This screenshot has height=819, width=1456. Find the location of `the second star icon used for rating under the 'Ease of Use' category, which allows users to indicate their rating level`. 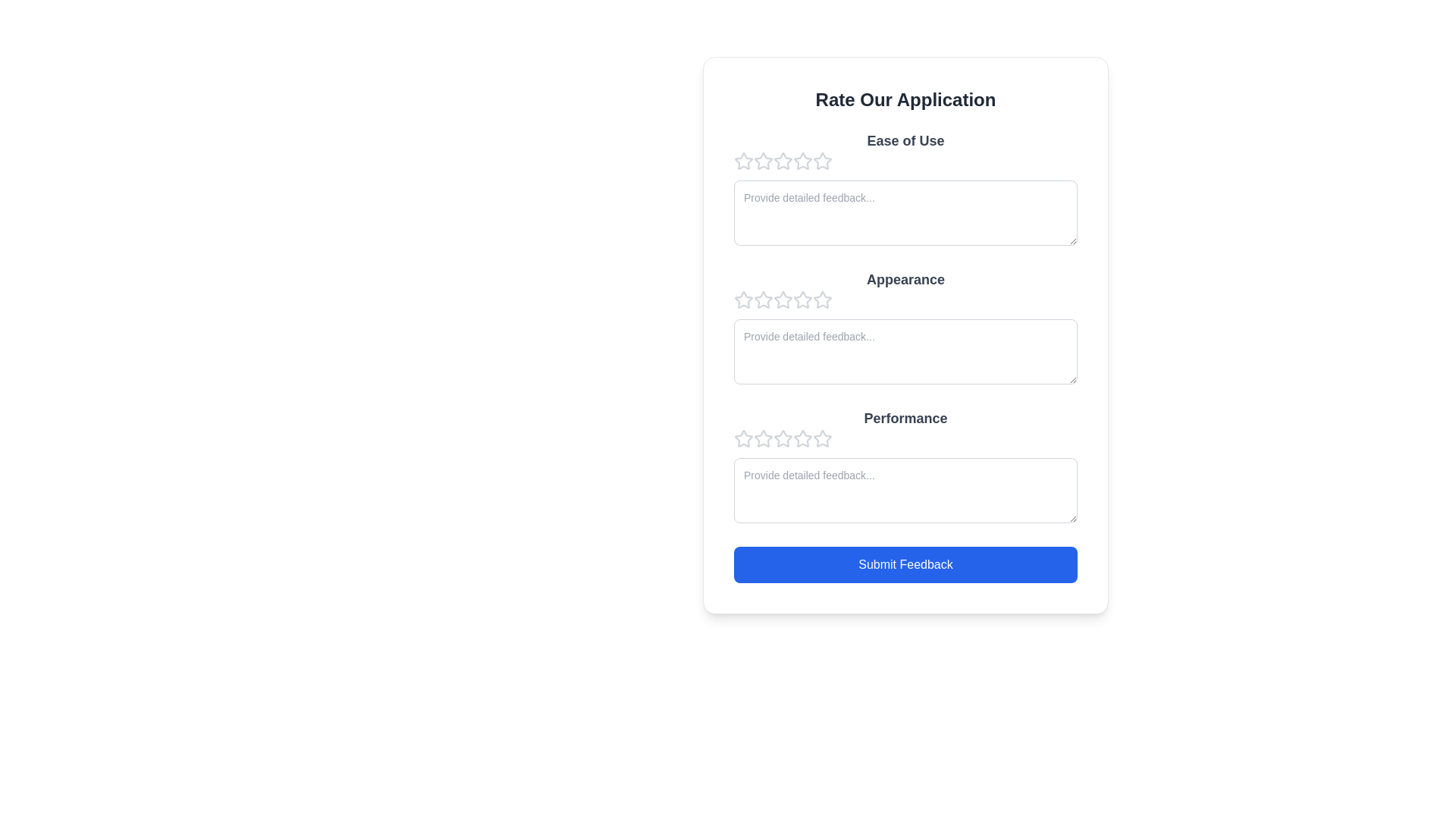

the second star icon used for rating under the 'Ease of Use' category, which allows users to indicate their rating level is located at coordinates (783, 161).